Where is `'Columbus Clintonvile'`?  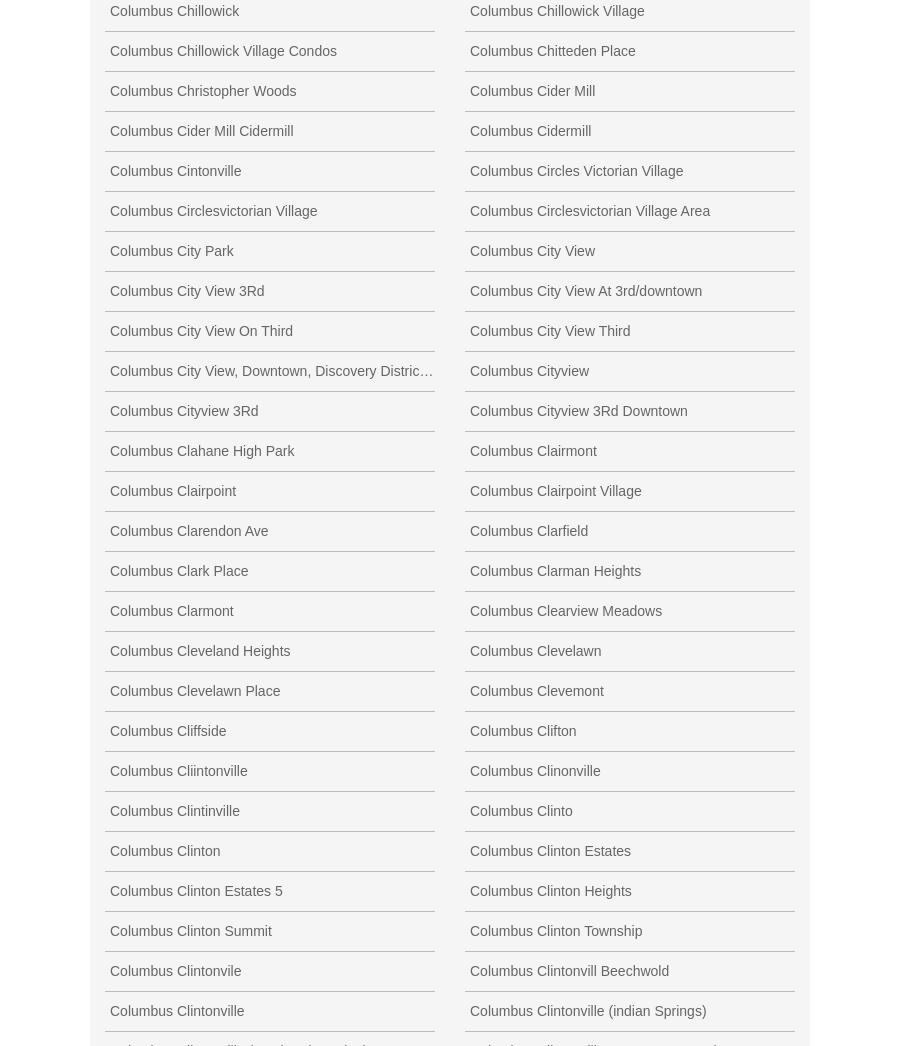 'Columbus Clintonvile' is located at coordinates (175, 968).